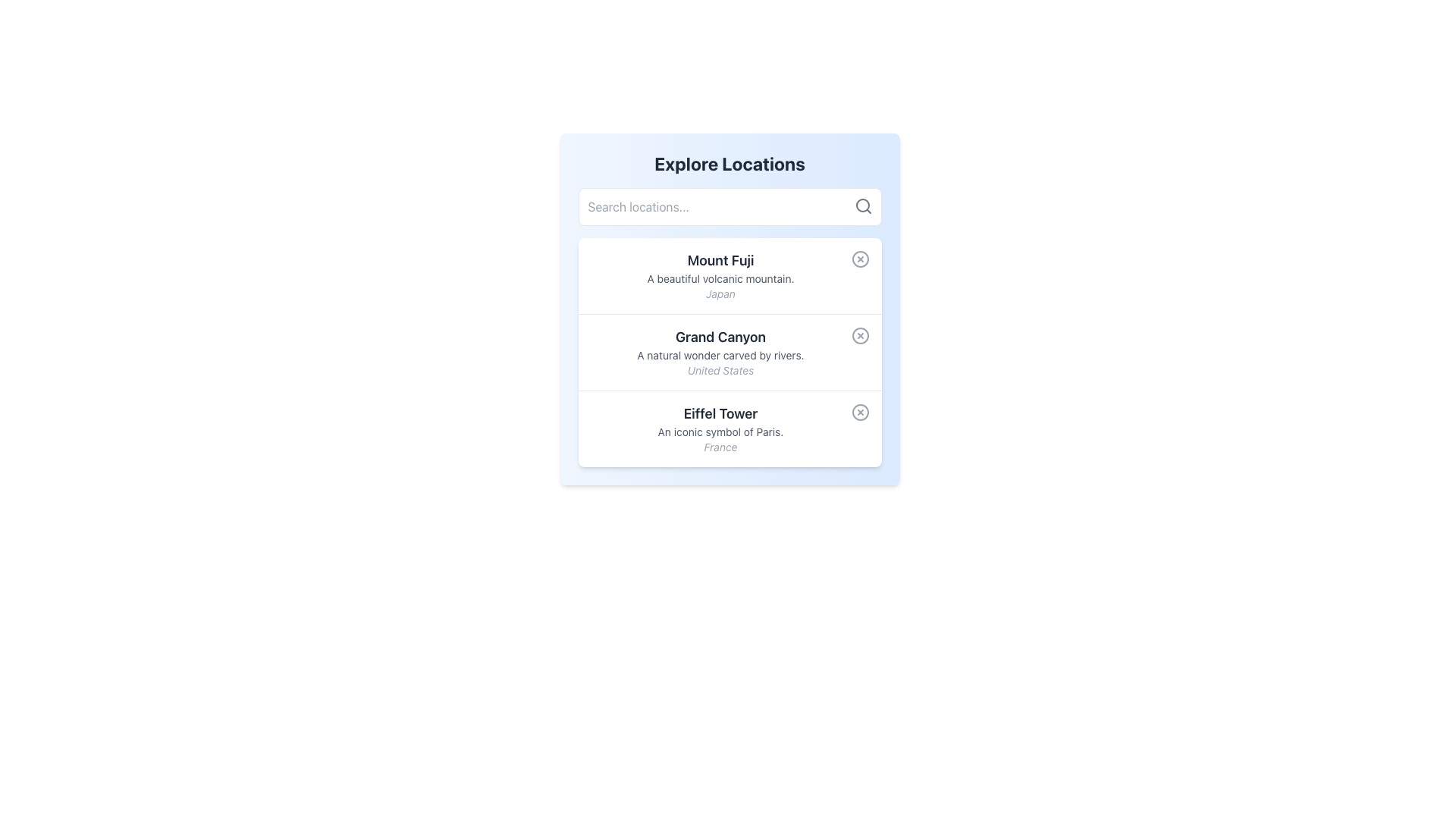 The width and height of the screenshot is (1456, 819). I want to click on the static text that provides additional descriptive information about 'Grand Canyon', which is positioned below the title 'Grand Canyon' and above 'United States' in the 'Explore Locations' list, so click(720, 356).